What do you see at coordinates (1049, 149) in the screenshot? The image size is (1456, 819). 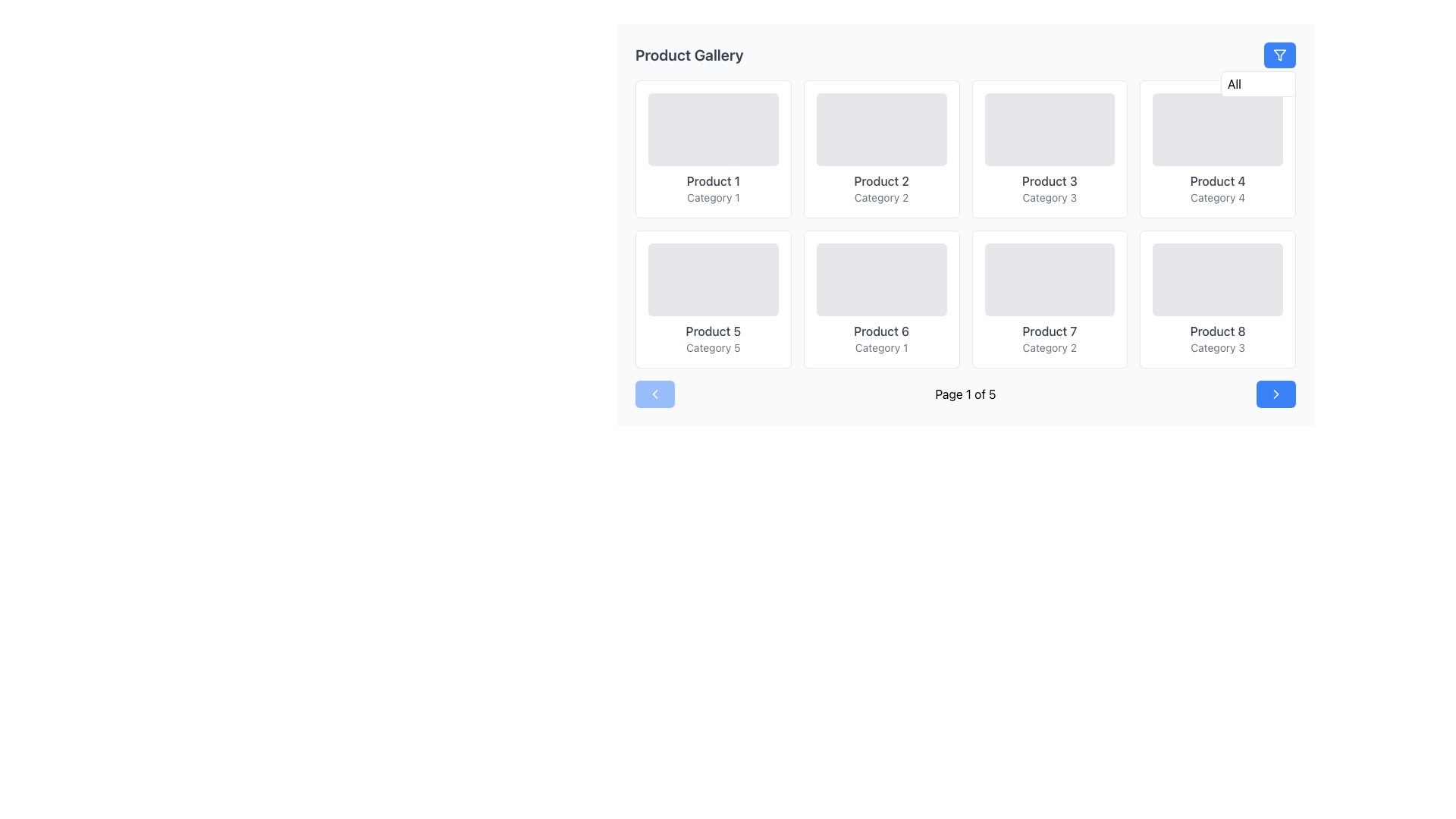 I see `the third card in the product gallery, which displays a product listing including the product's name and category` at bounding box center [1049, 149].